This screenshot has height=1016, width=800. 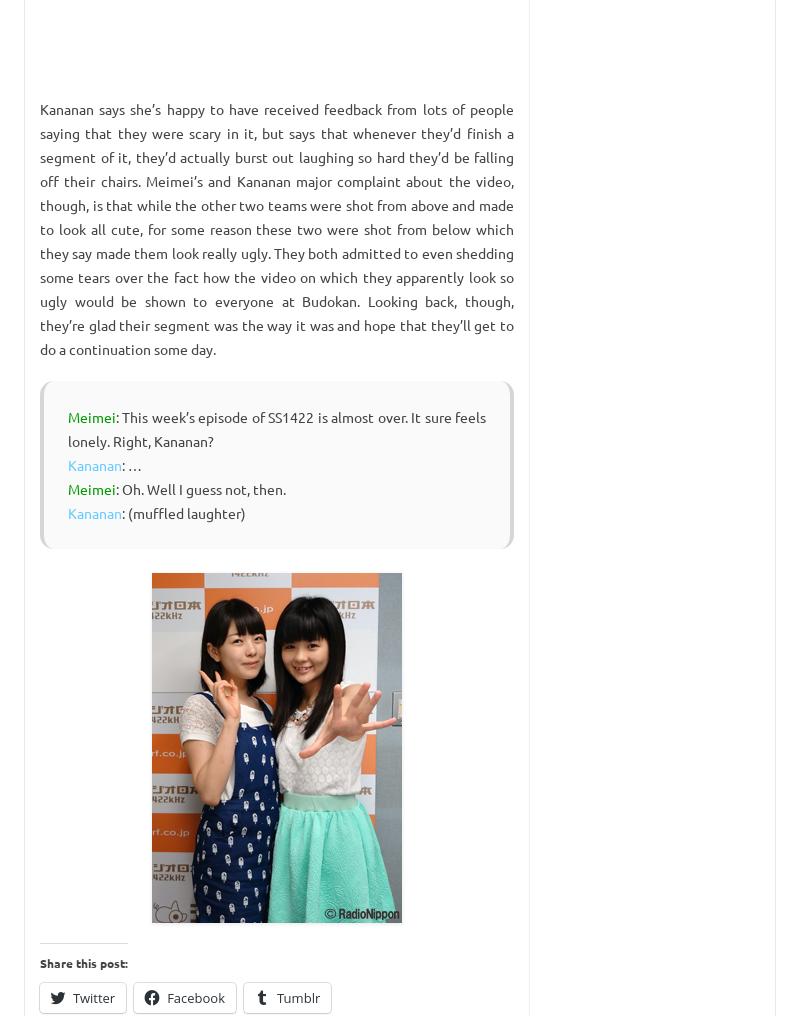 What do you see at coordinates (131, 465) in the screenshot?
I see `': …'` at bounding box center [131, 465].